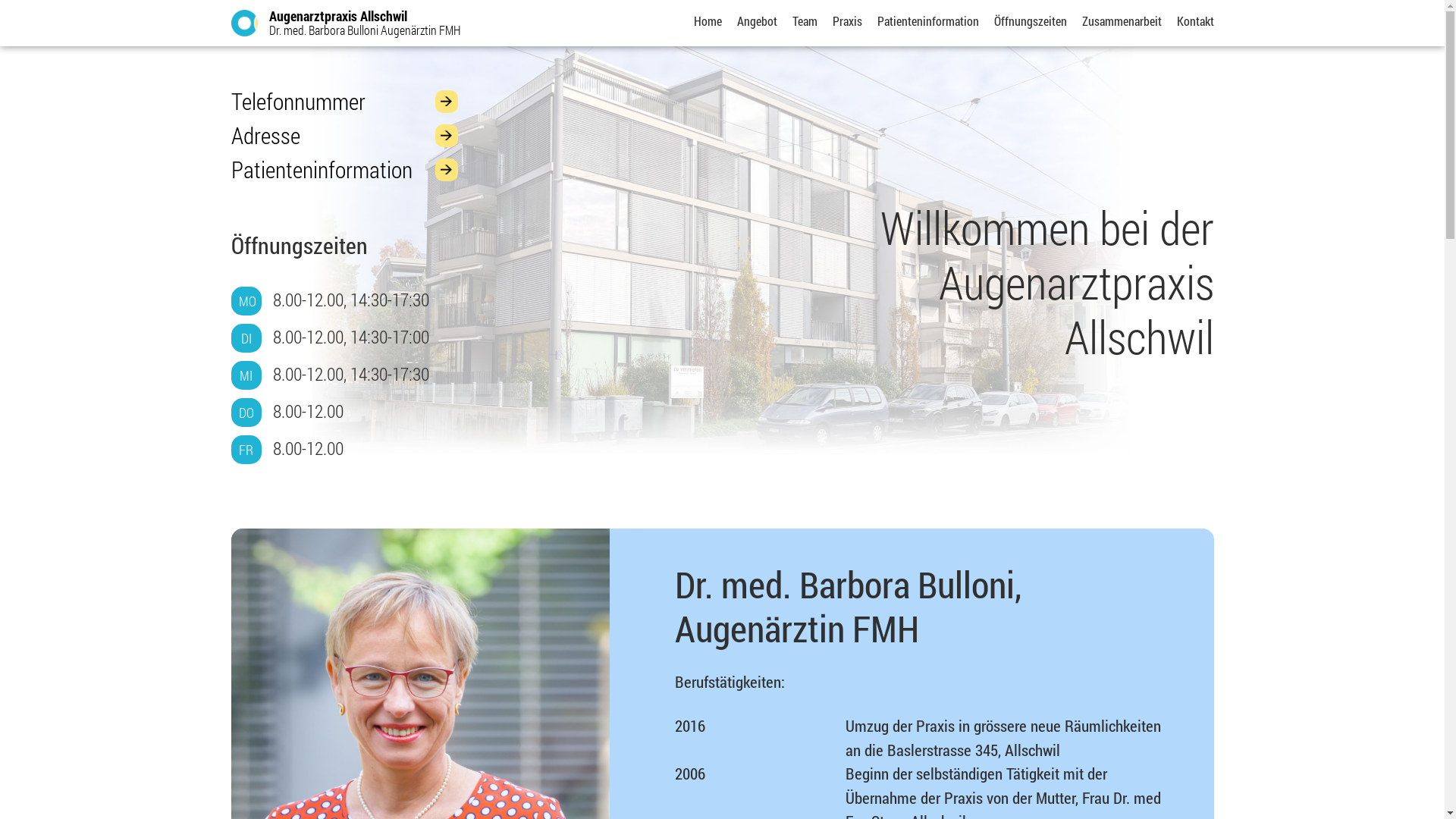 The width and height of the screenshot is (1456, 819). Describe the element at coordinates (343, 134) in the screenshot. I see `'Adresse'` at that location.